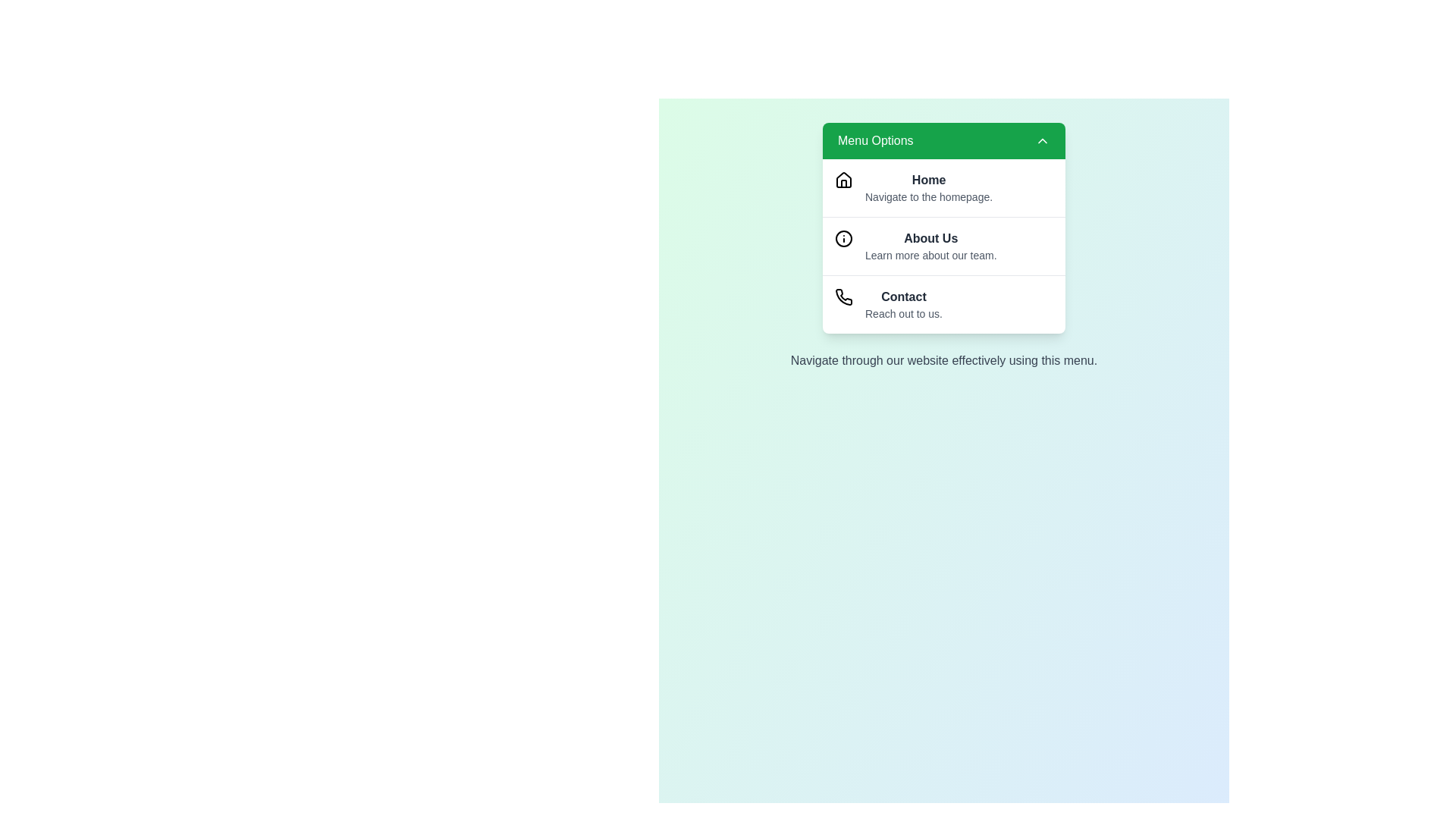 This screenshot has width=1456, height=819. What do you see at coordinates (943, 140) in the screenshot?
I see `the menu header to toggle the menu's state` at bounding box center [943, 140].